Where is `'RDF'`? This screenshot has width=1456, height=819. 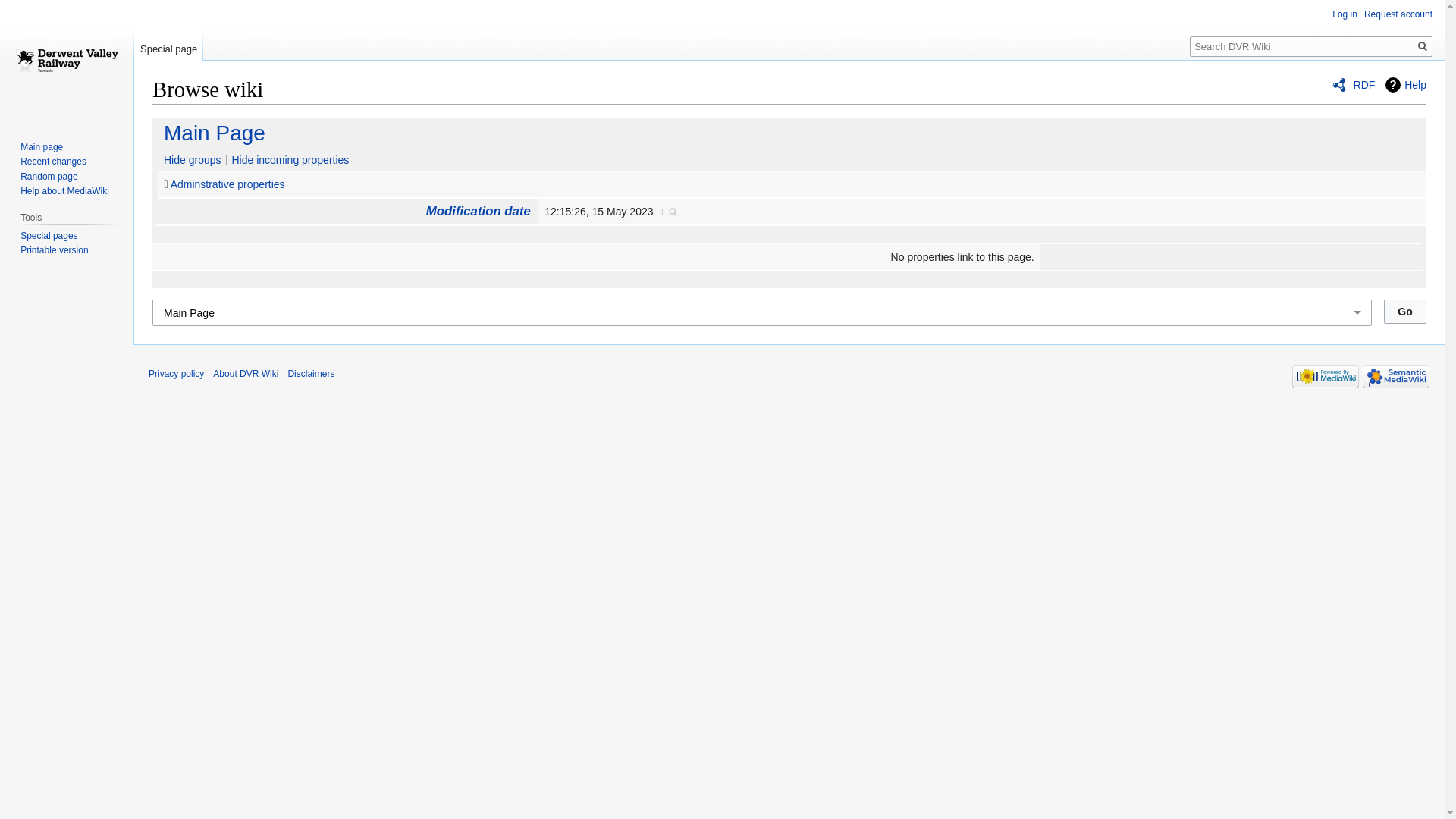 'RDF' is located at coordinates (1331, 84).